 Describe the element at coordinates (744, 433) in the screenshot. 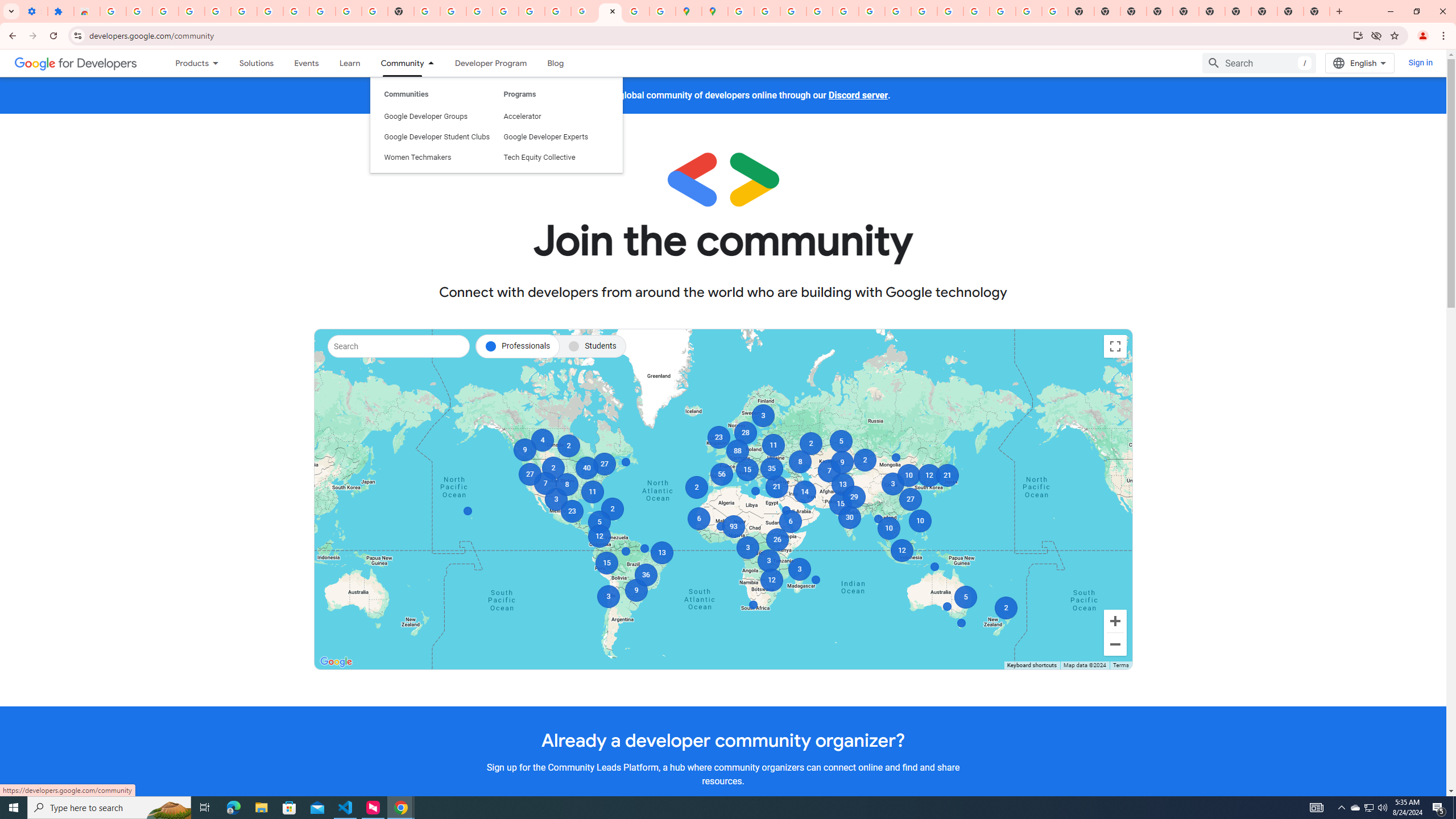

I see `'28'` at that location.